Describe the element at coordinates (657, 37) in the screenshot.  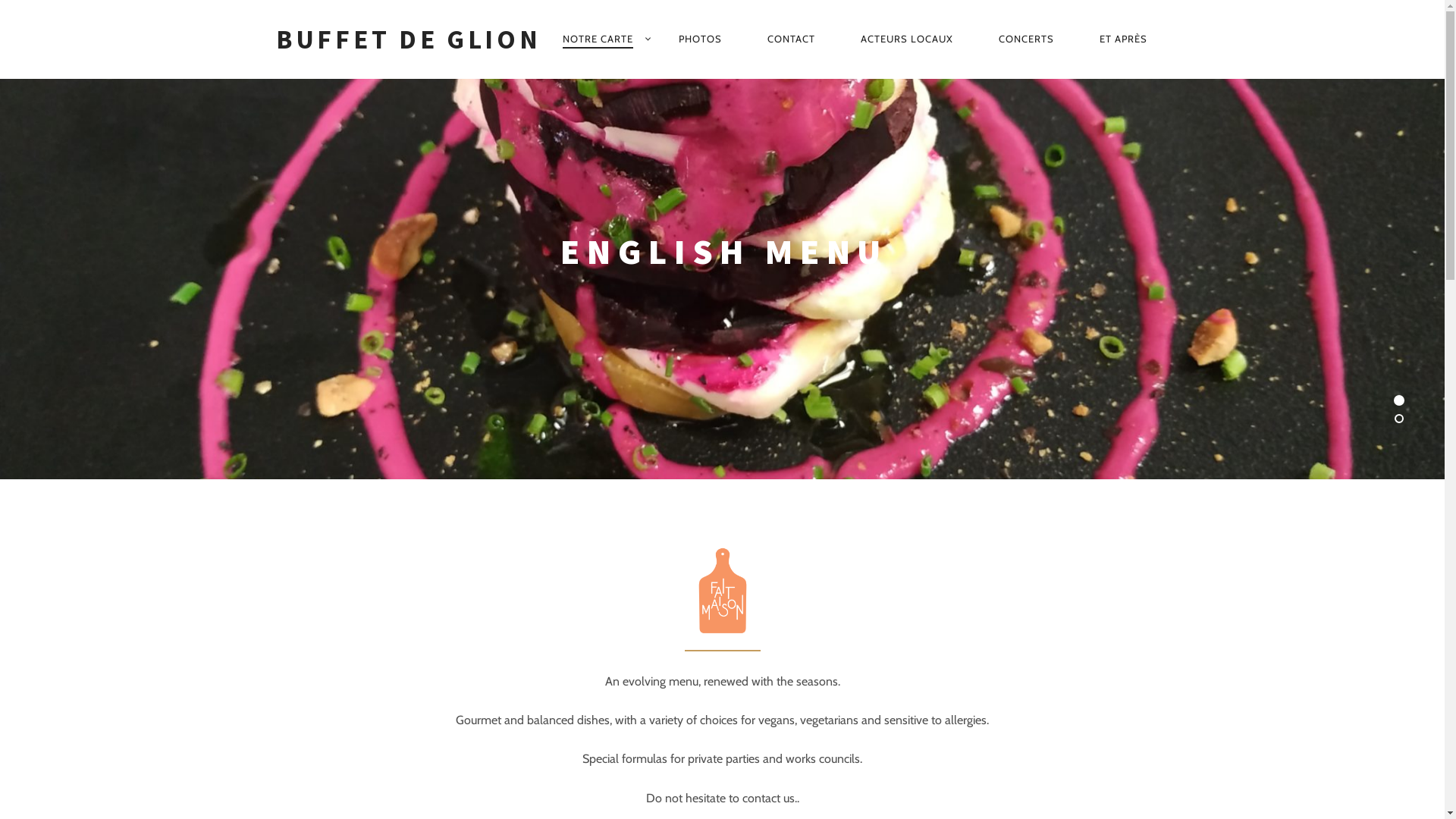
I see `'PHOTOS'` at that location.